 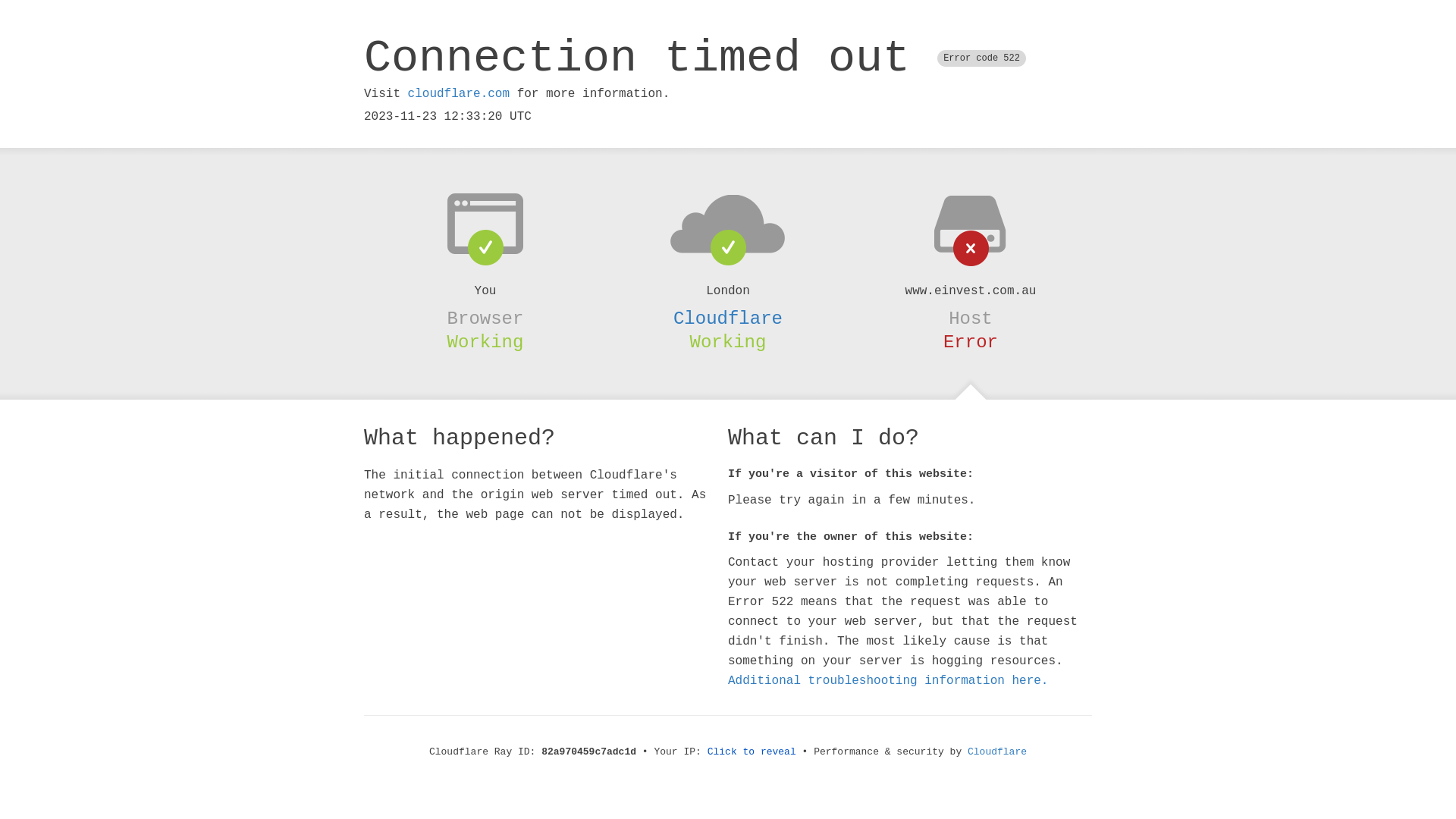 What do you see at coordinates (728, 318) in the screenshot?
I see `'Cloudflare'` at bounding box center [728, 318].